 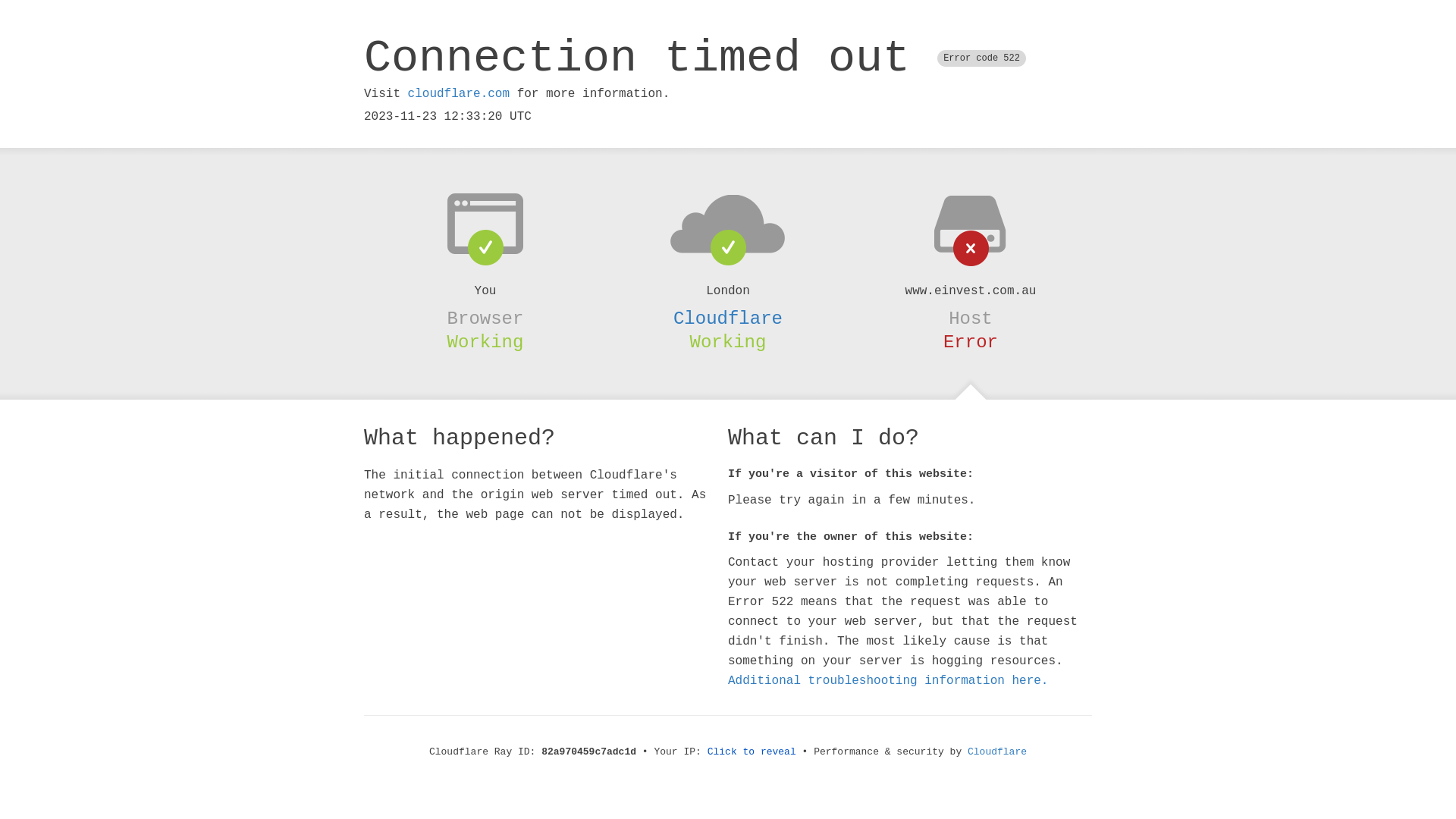 What do you see at coordinates (728, 318) in the screenshot?
I see `'Cloudflare'` at bounding box center [728, 318].